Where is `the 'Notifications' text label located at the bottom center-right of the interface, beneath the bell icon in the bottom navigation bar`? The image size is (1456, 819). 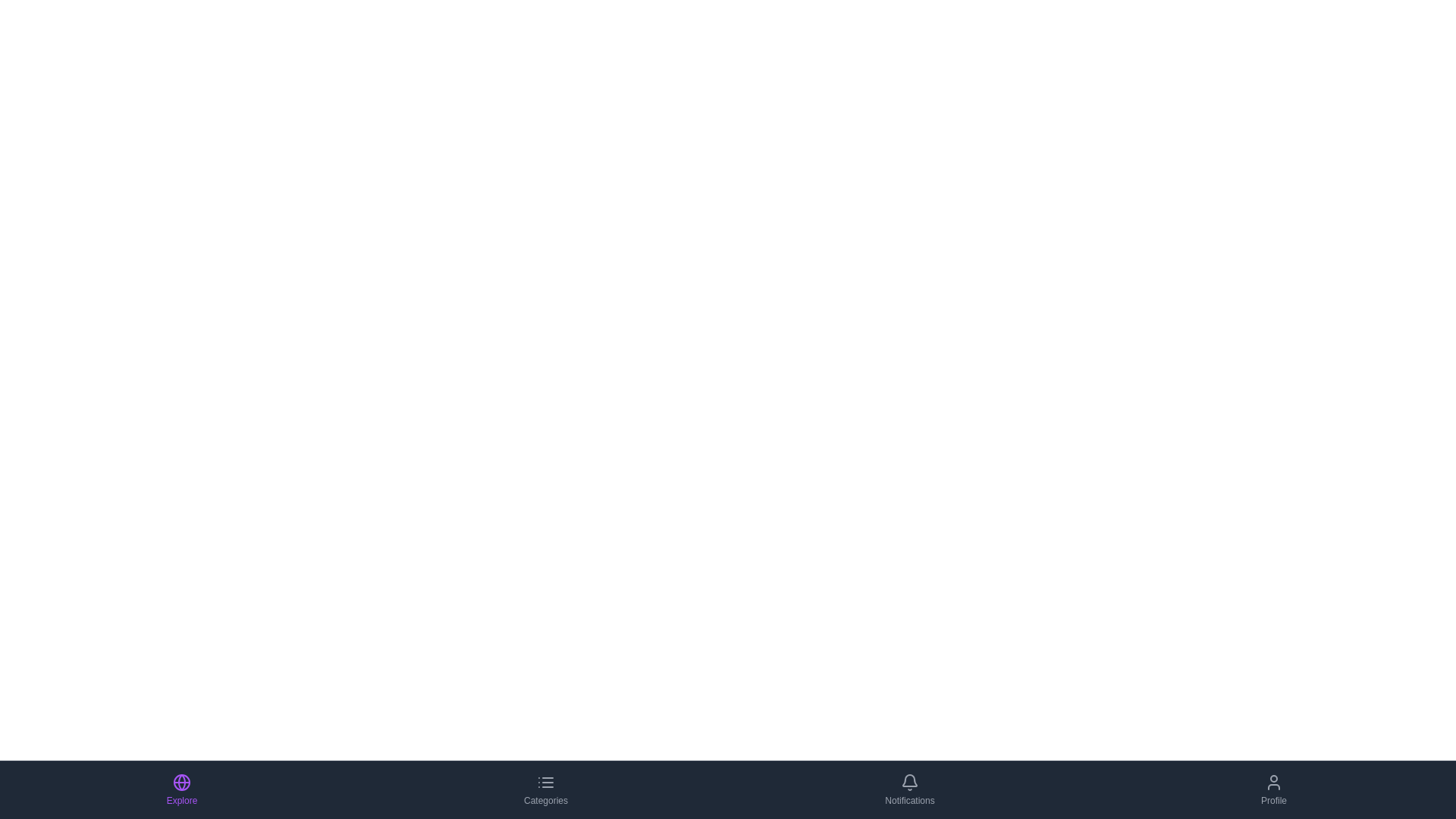
the 'Notifications' text label located at the bottom center-right of the interface, beneath the bell icon in the bottom navigation bar is located at coordinates (910, 800).